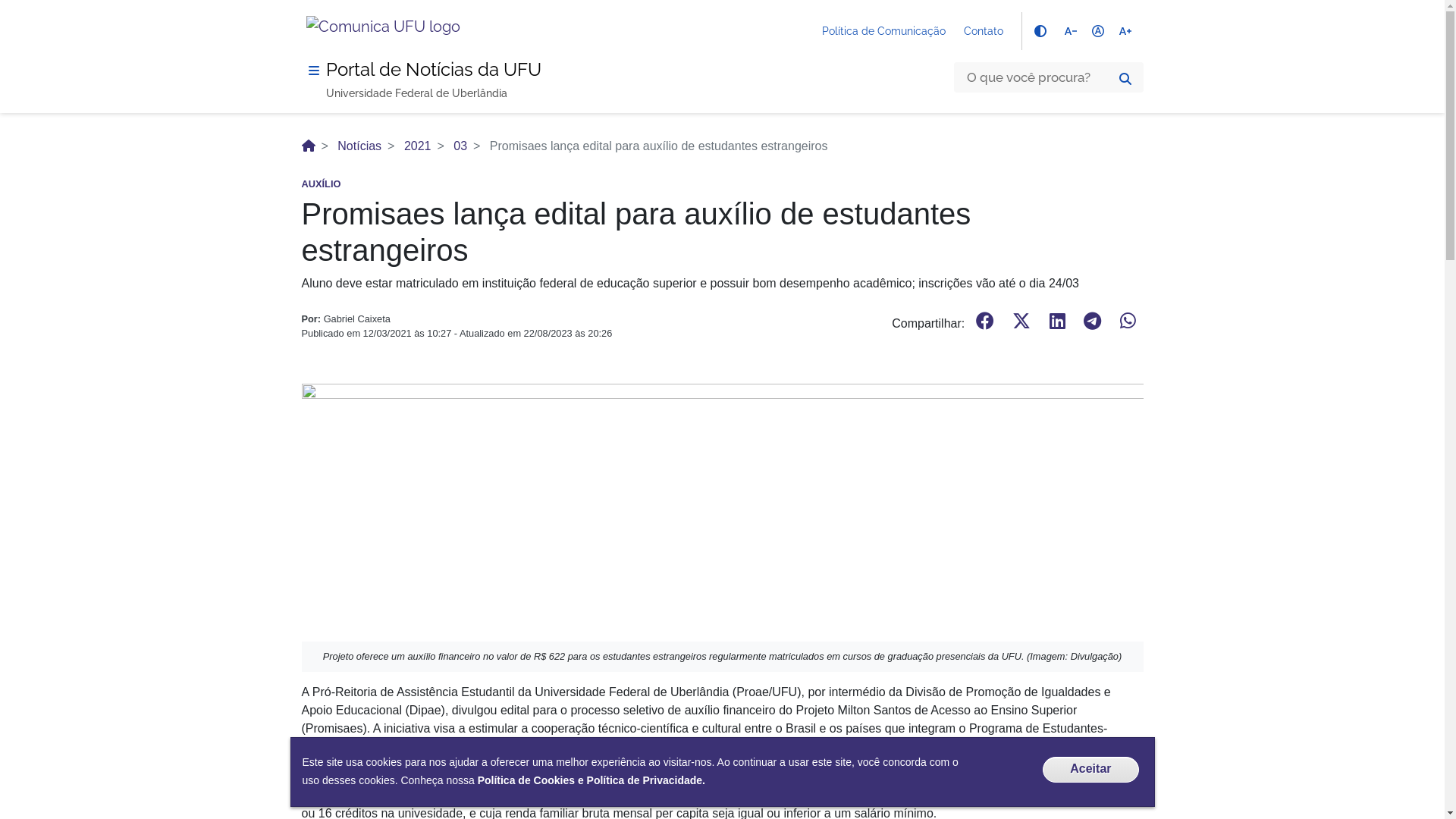 The image size is (1456, 819). I want to click on 'text_increase', so click(1125, 31).